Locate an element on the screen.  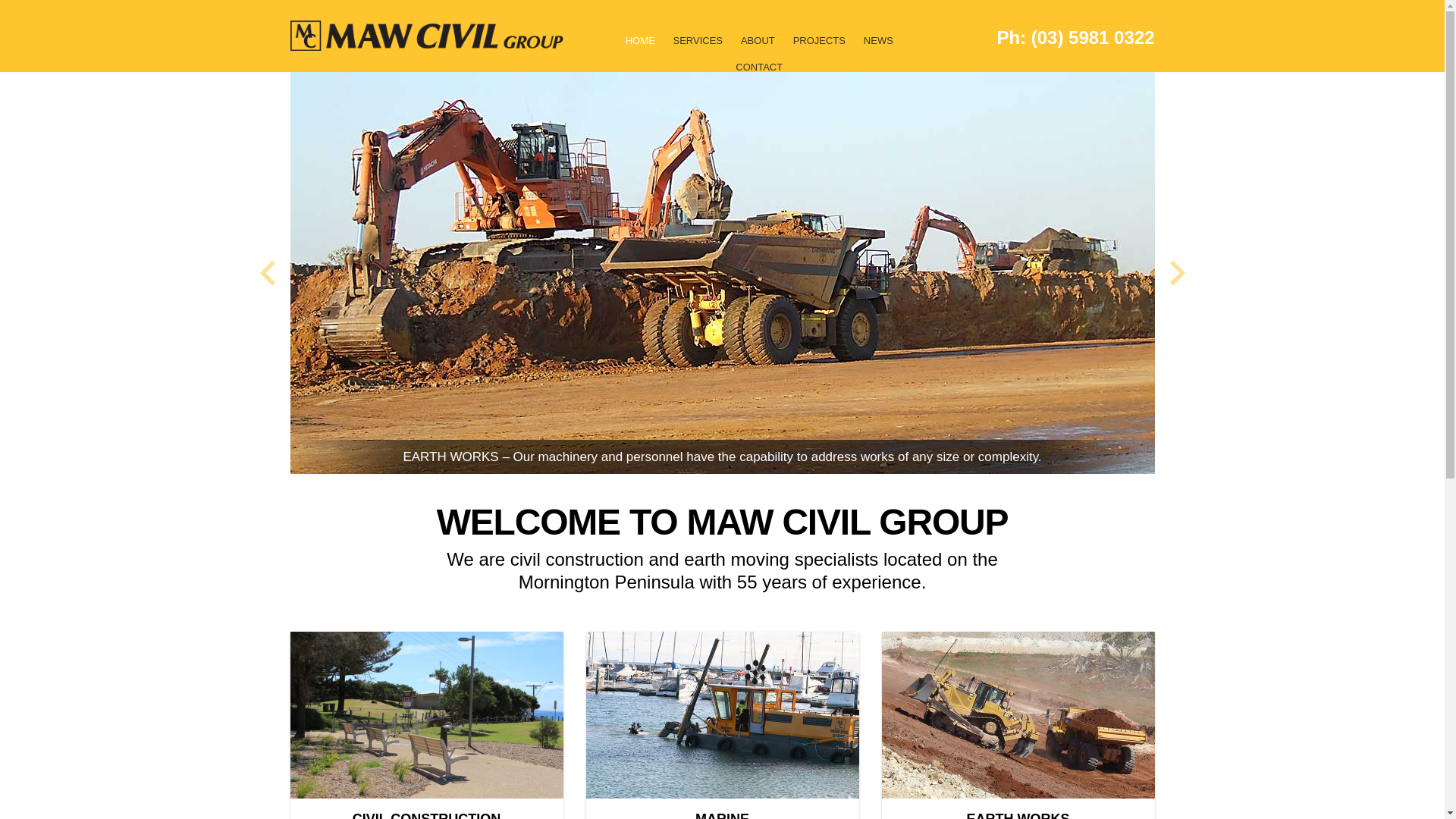
'SERVICES' is located at coordinates (666, 46).